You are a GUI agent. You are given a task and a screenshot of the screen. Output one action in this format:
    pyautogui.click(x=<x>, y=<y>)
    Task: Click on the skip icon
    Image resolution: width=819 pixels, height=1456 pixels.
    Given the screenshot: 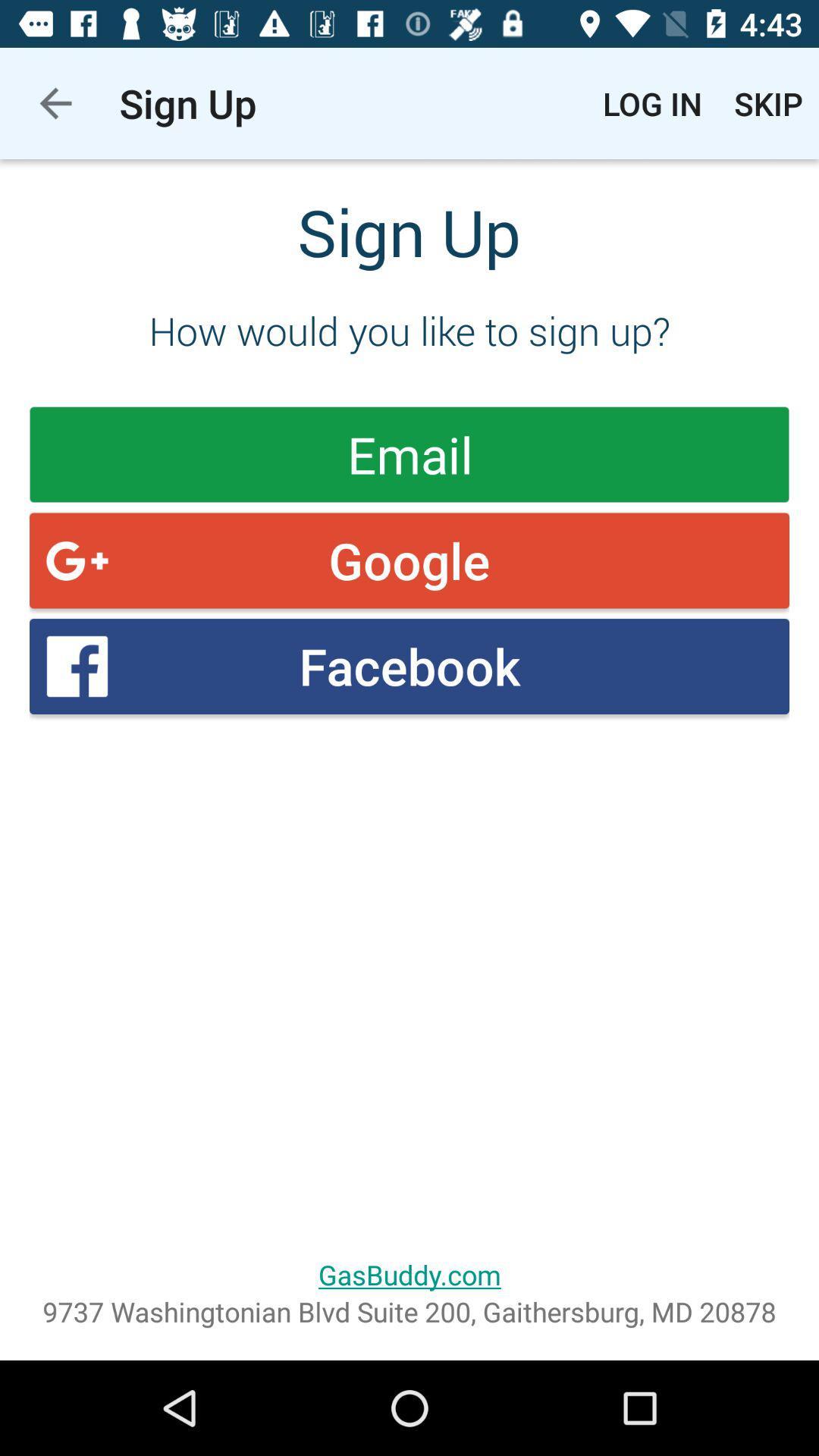 What is the action you would take?
    pyautogui.click(x=768, y=102)
    